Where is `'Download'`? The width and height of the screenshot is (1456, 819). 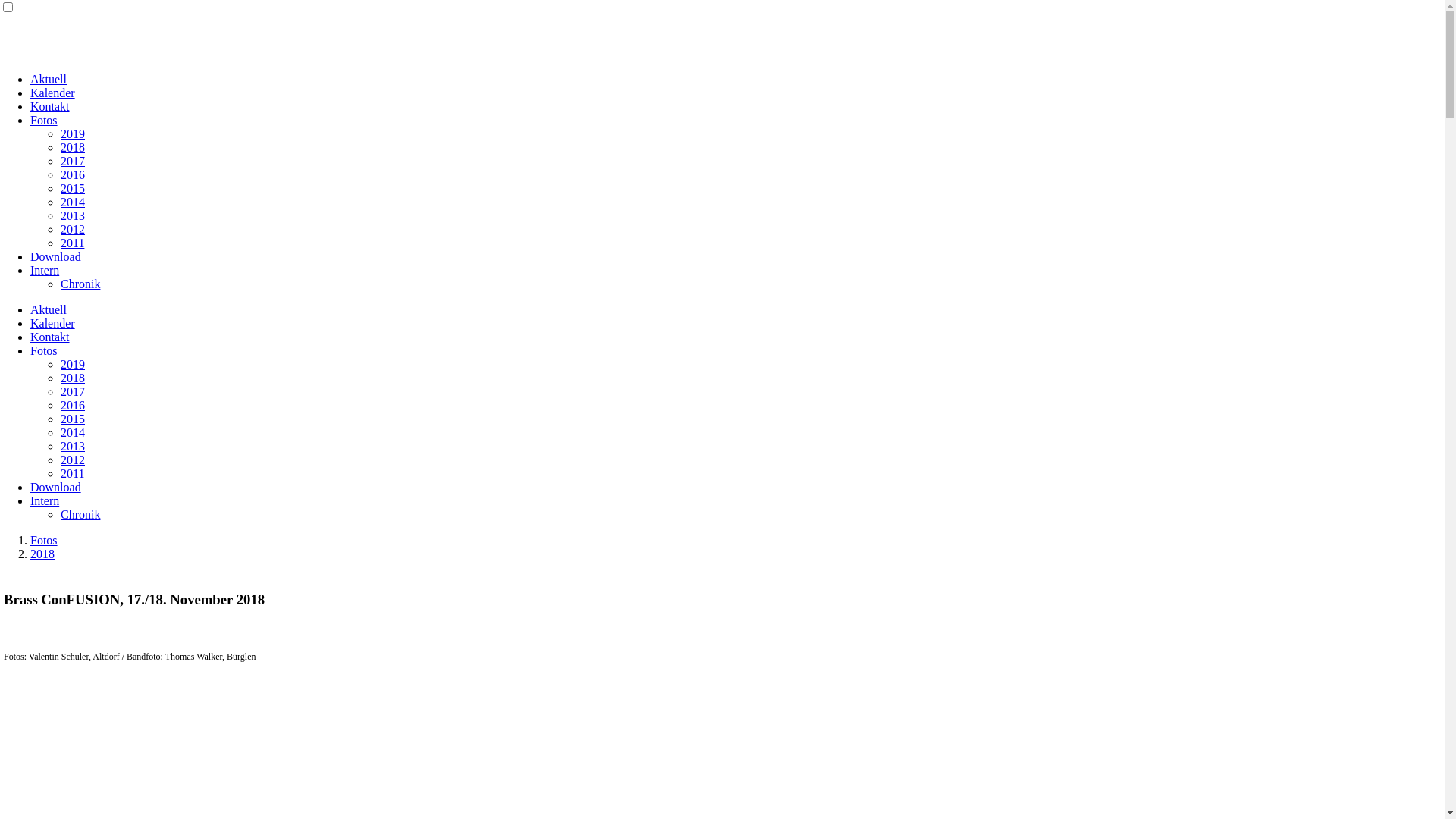
'Download' is located at coordinates (30, 487).